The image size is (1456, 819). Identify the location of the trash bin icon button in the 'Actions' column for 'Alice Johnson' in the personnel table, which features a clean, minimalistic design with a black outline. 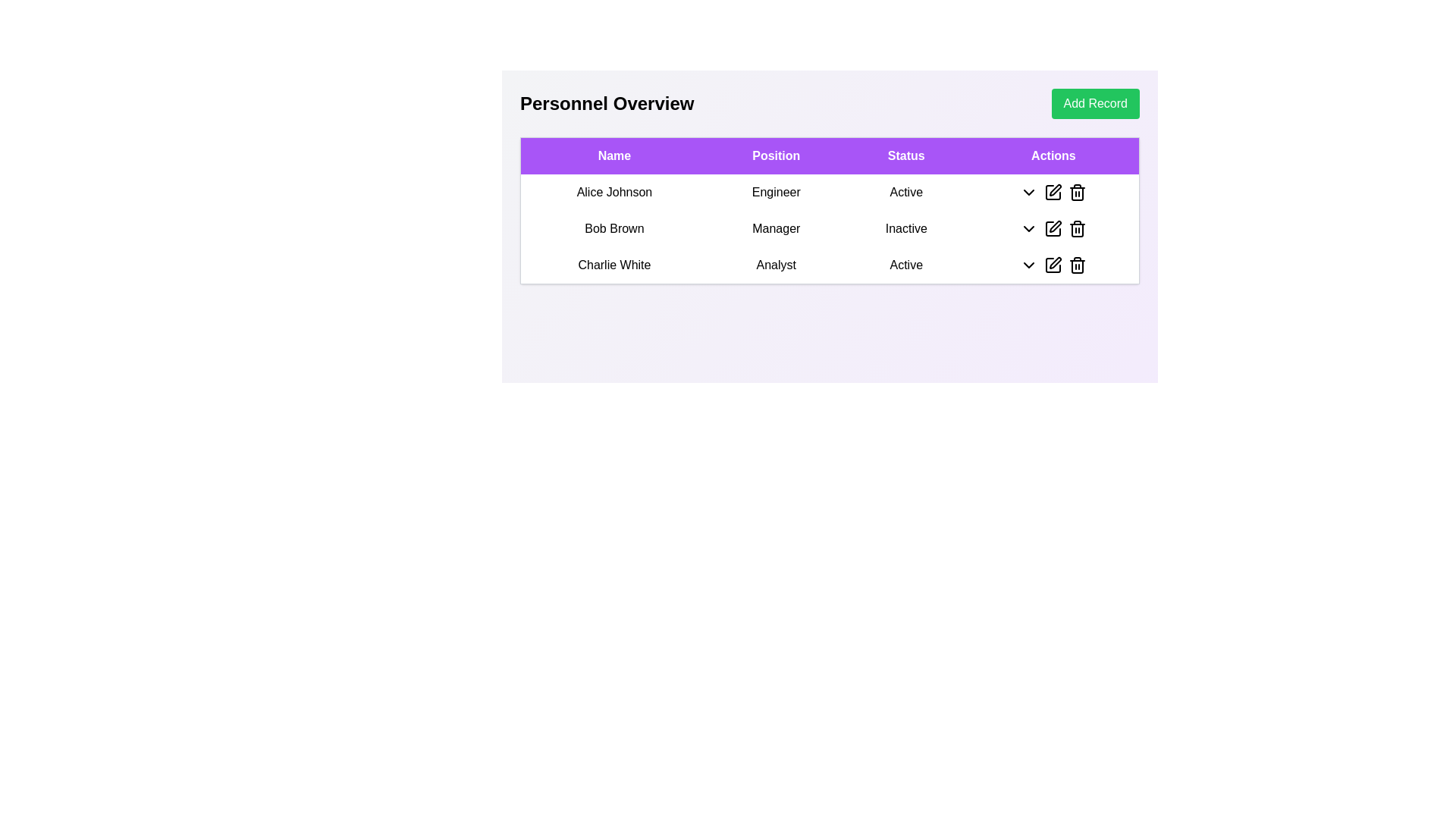
(1077, 192).